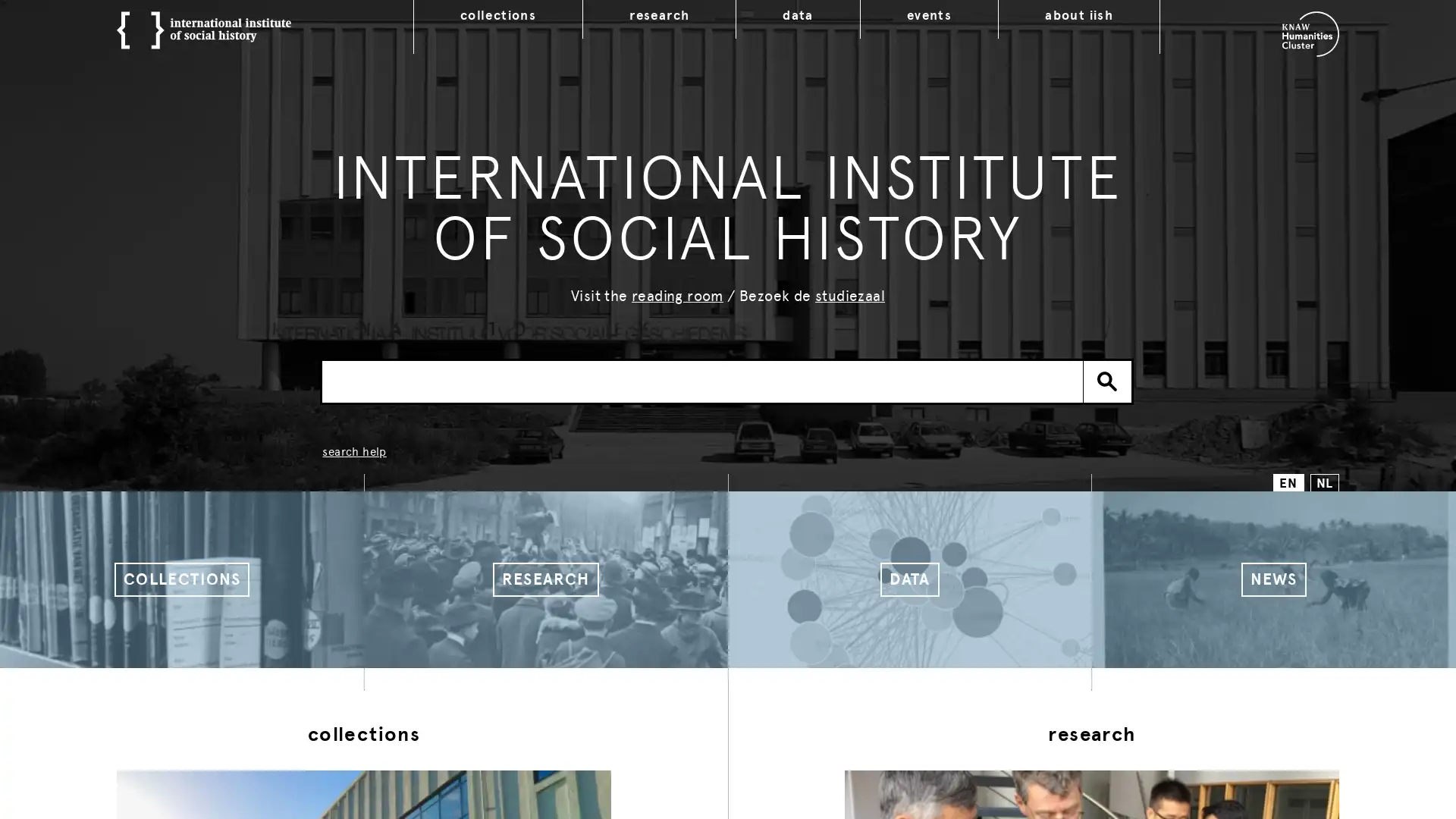 The height and width of the screenshot is (819, 1456). I want to click on Search, so click(1107, 380).